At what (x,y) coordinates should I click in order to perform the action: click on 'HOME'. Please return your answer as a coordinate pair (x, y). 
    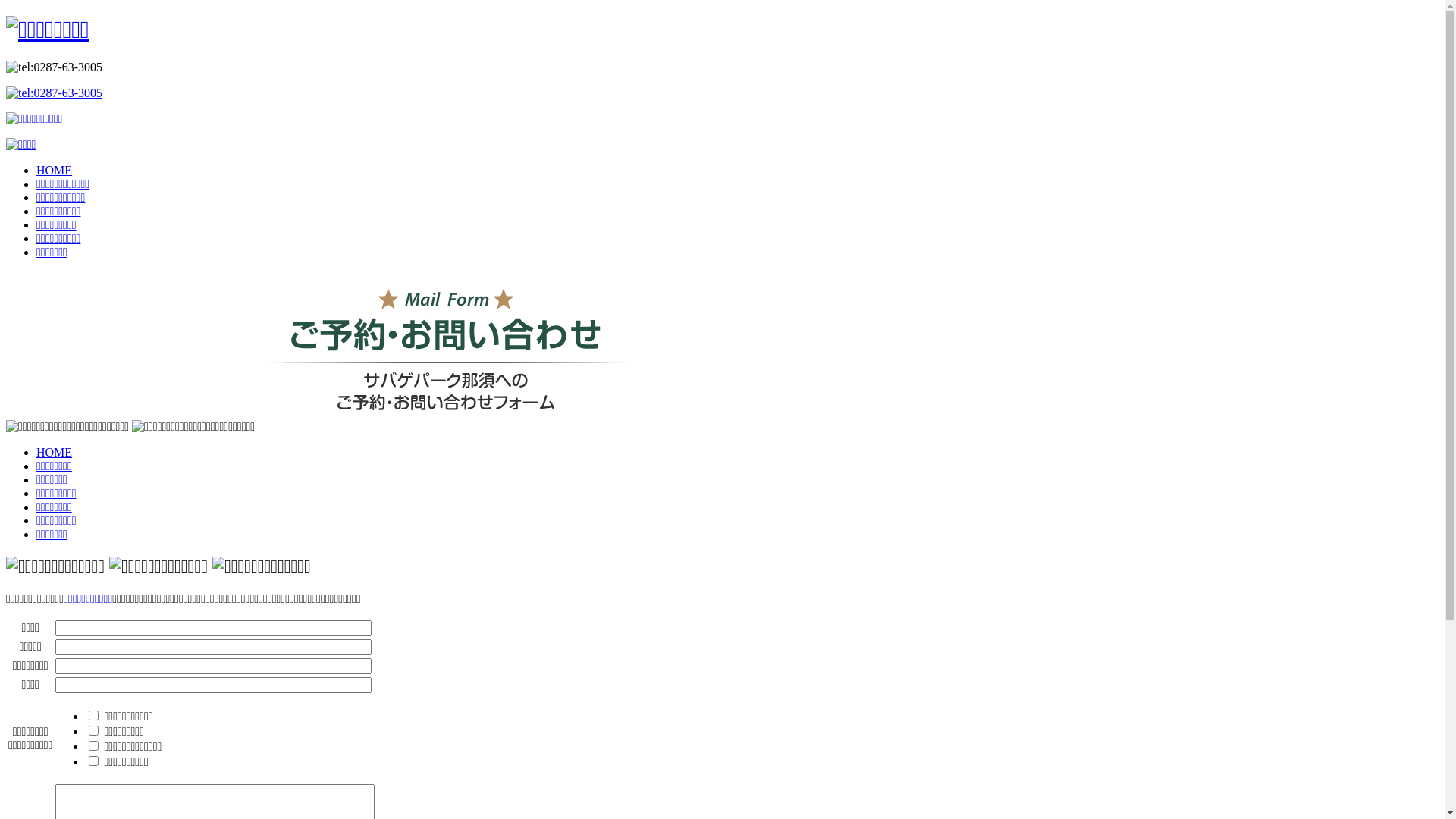
    Looking at the image, I should click on (36, 451).